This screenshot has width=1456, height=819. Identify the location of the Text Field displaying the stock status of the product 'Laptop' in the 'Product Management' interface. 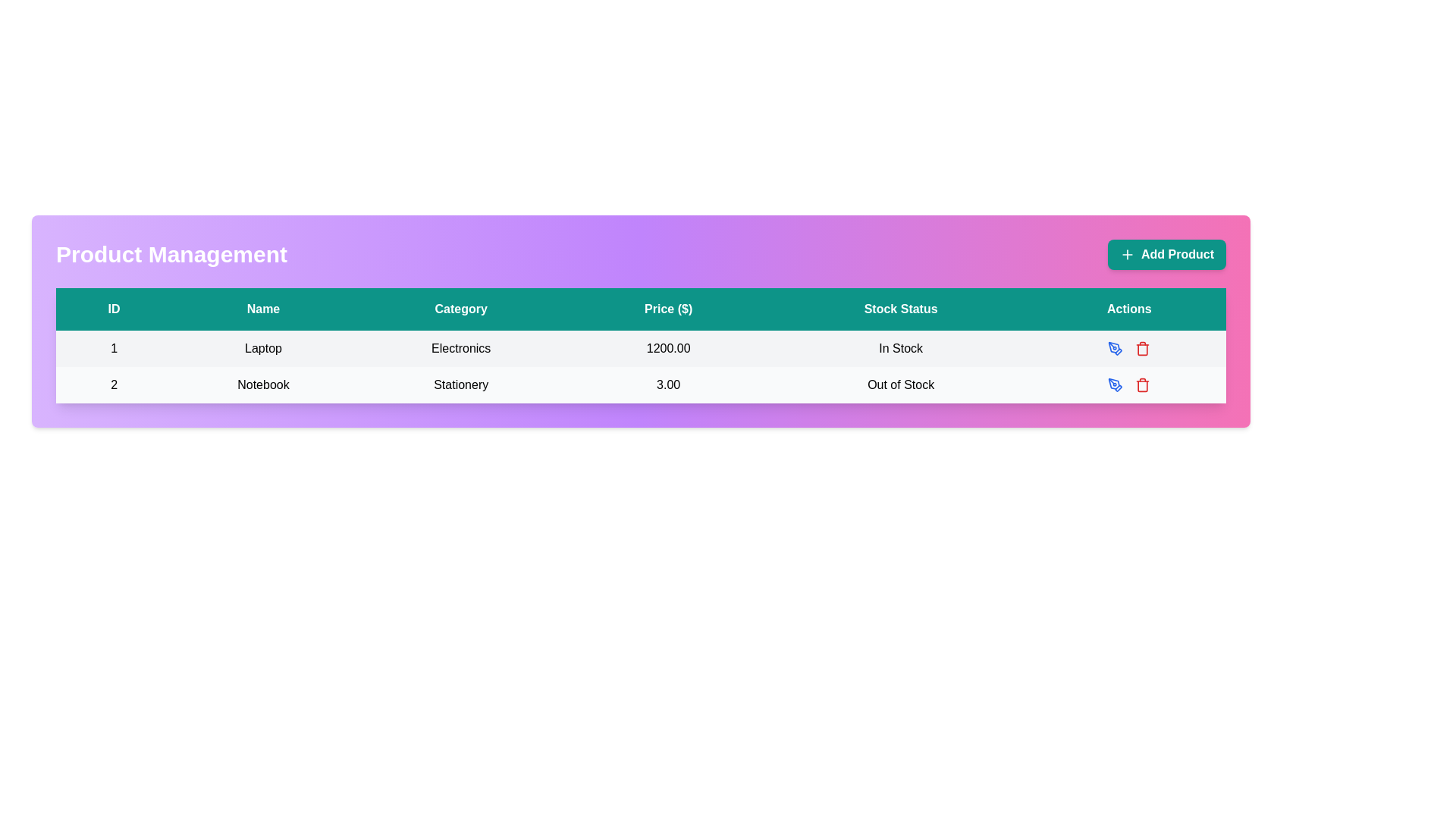
(901, 348).